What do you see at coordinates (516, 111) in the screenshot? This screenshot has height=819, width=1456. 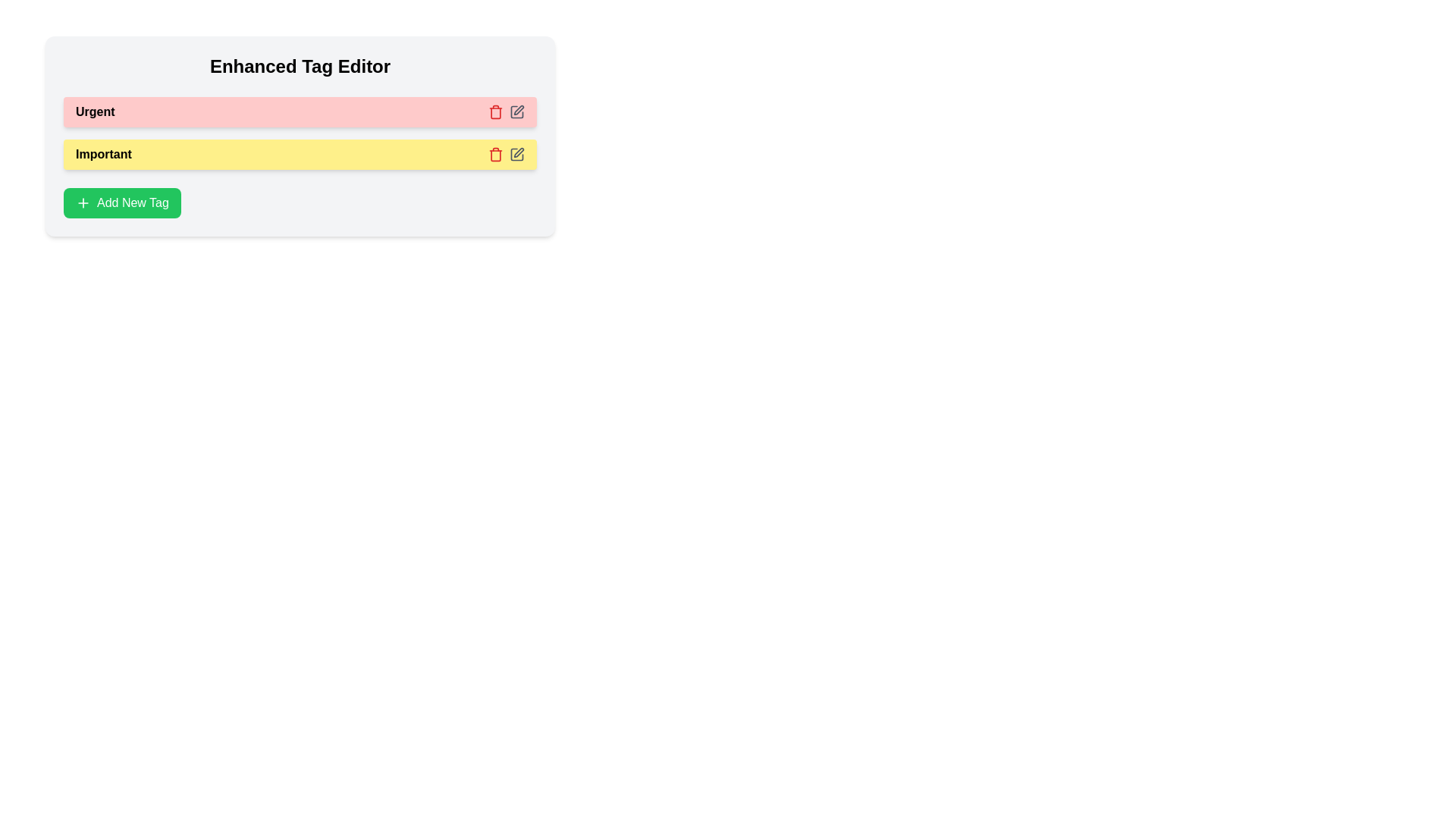 I see `the edit button located to the right of the 'Urgent' tag, which is the second button in the horizontal group of icons` at bounding box center [516, 111].